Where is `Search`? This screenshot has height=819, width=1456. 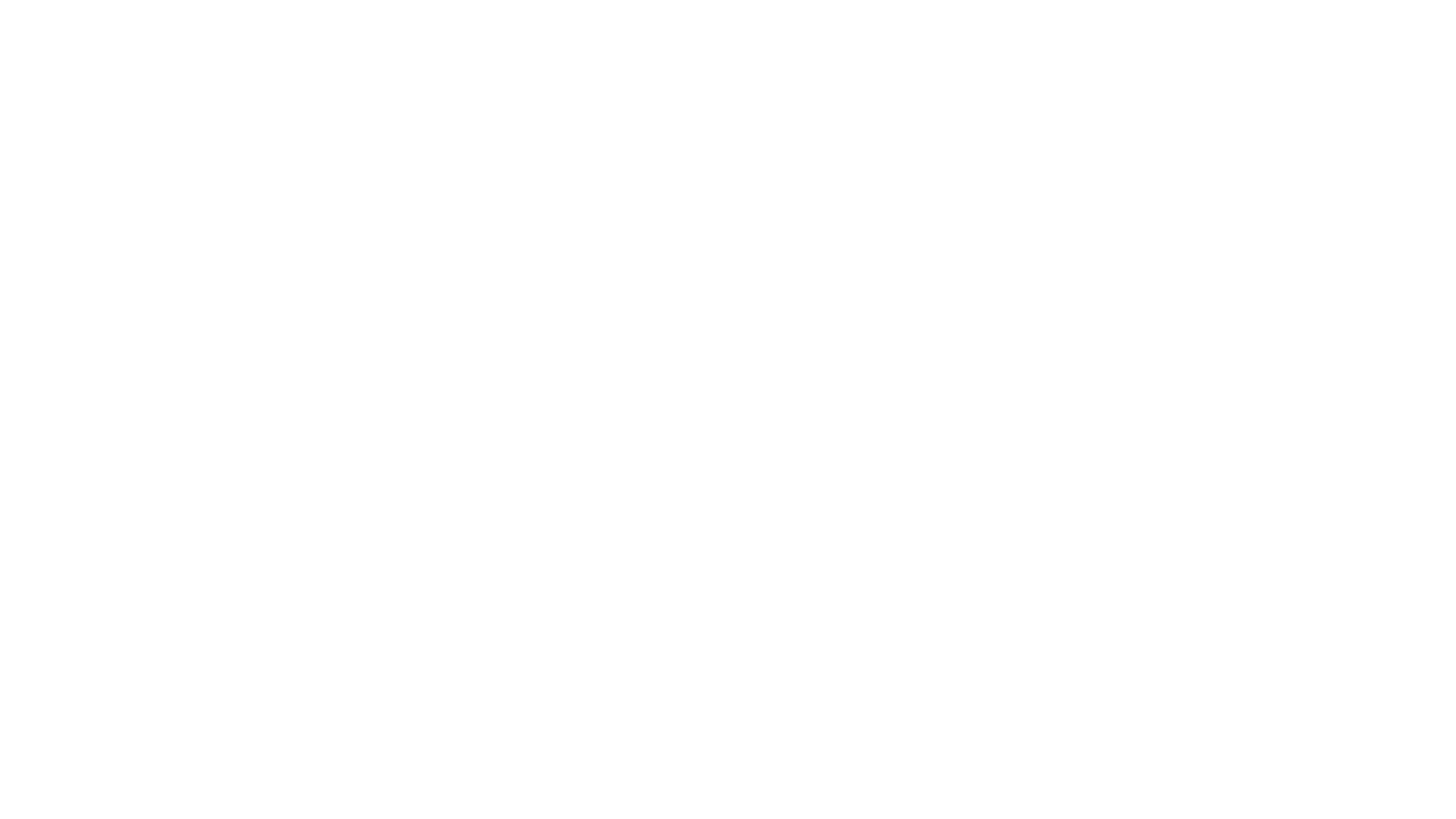
Search is located at coordinates (1294, 17).